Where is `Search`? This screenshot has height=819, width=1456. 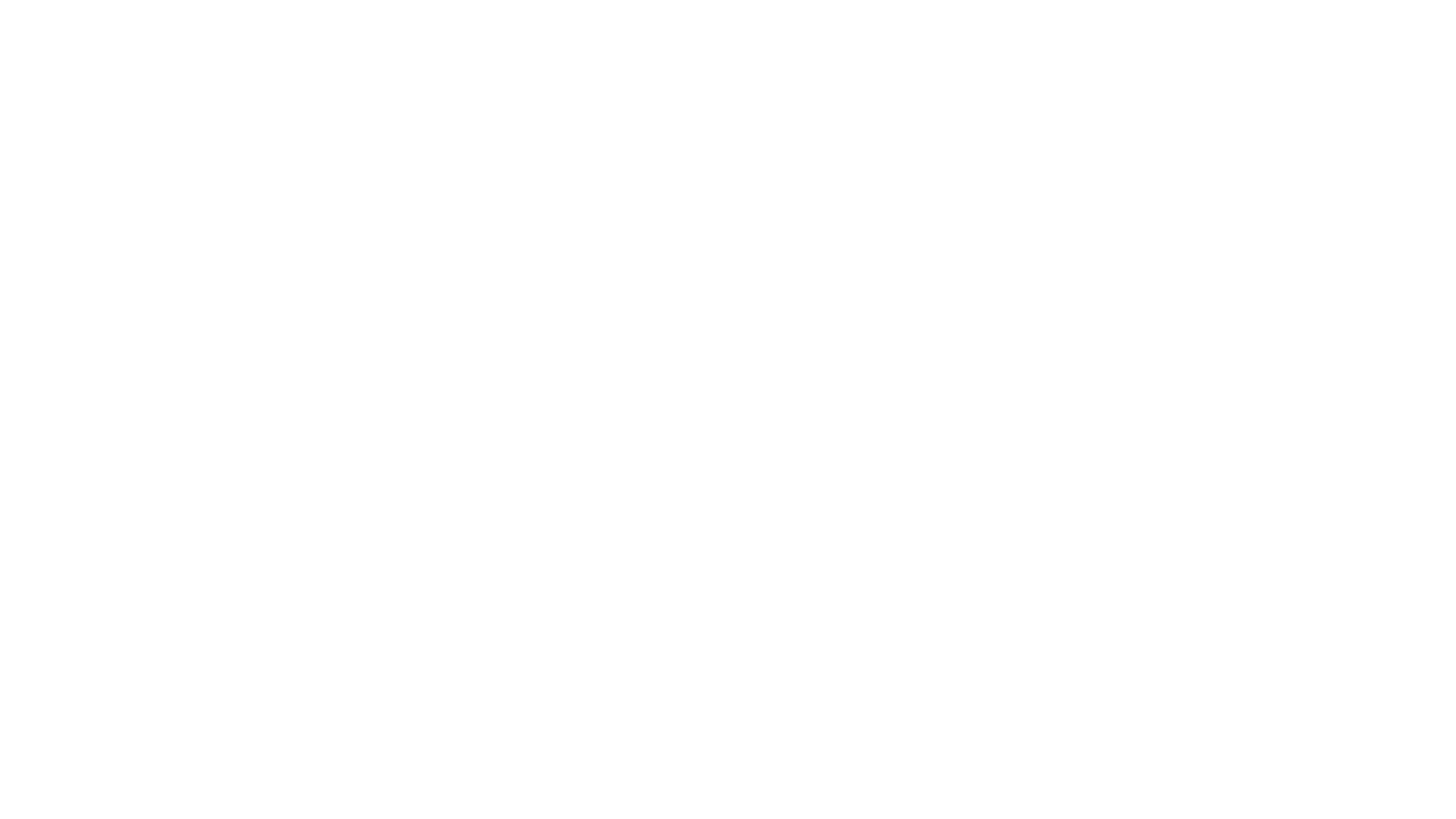
Search is located at coordinates (1294, 17).